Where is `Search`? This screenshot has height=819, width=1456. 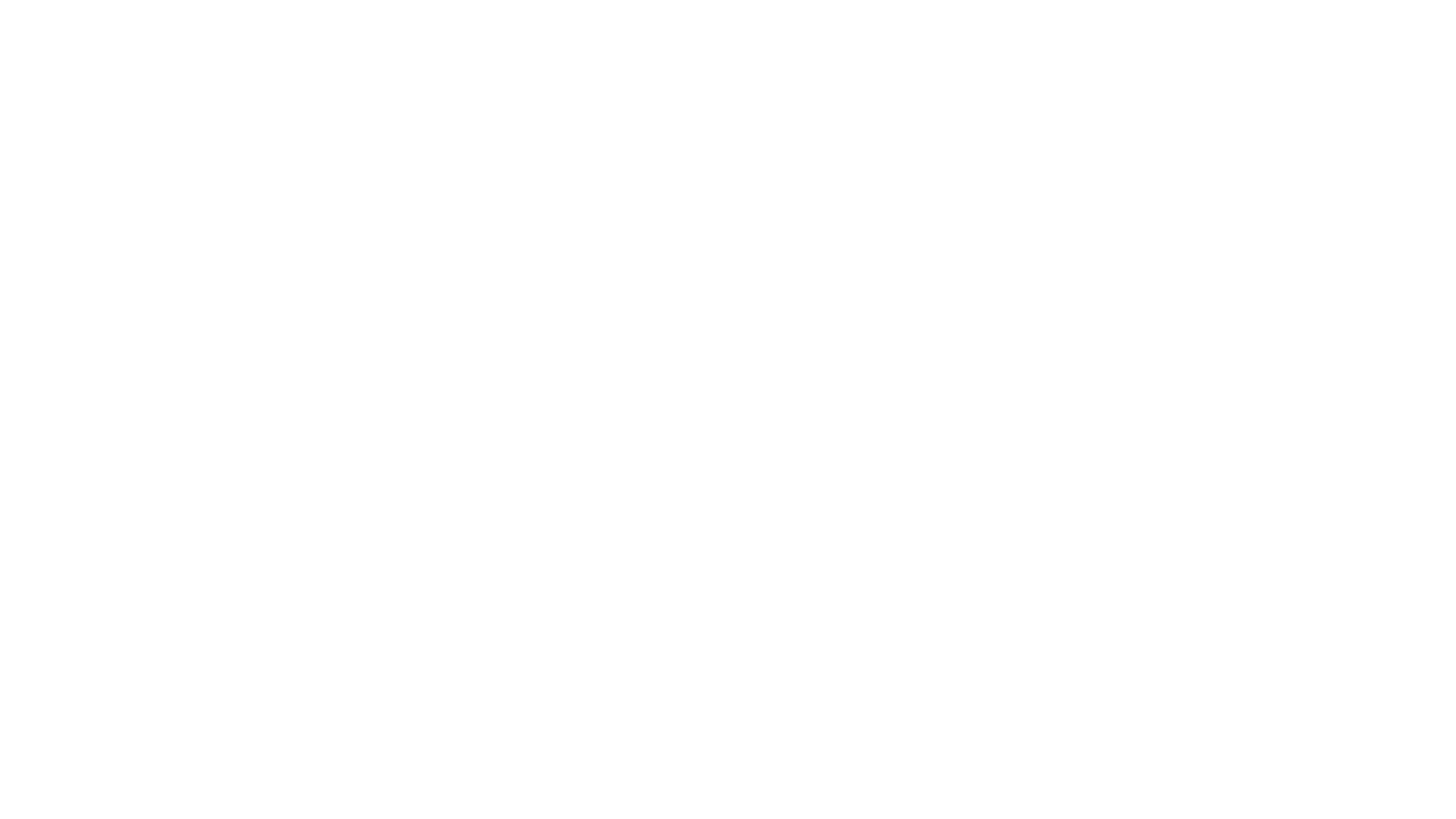
Search is located at coordinates (1294, 17).